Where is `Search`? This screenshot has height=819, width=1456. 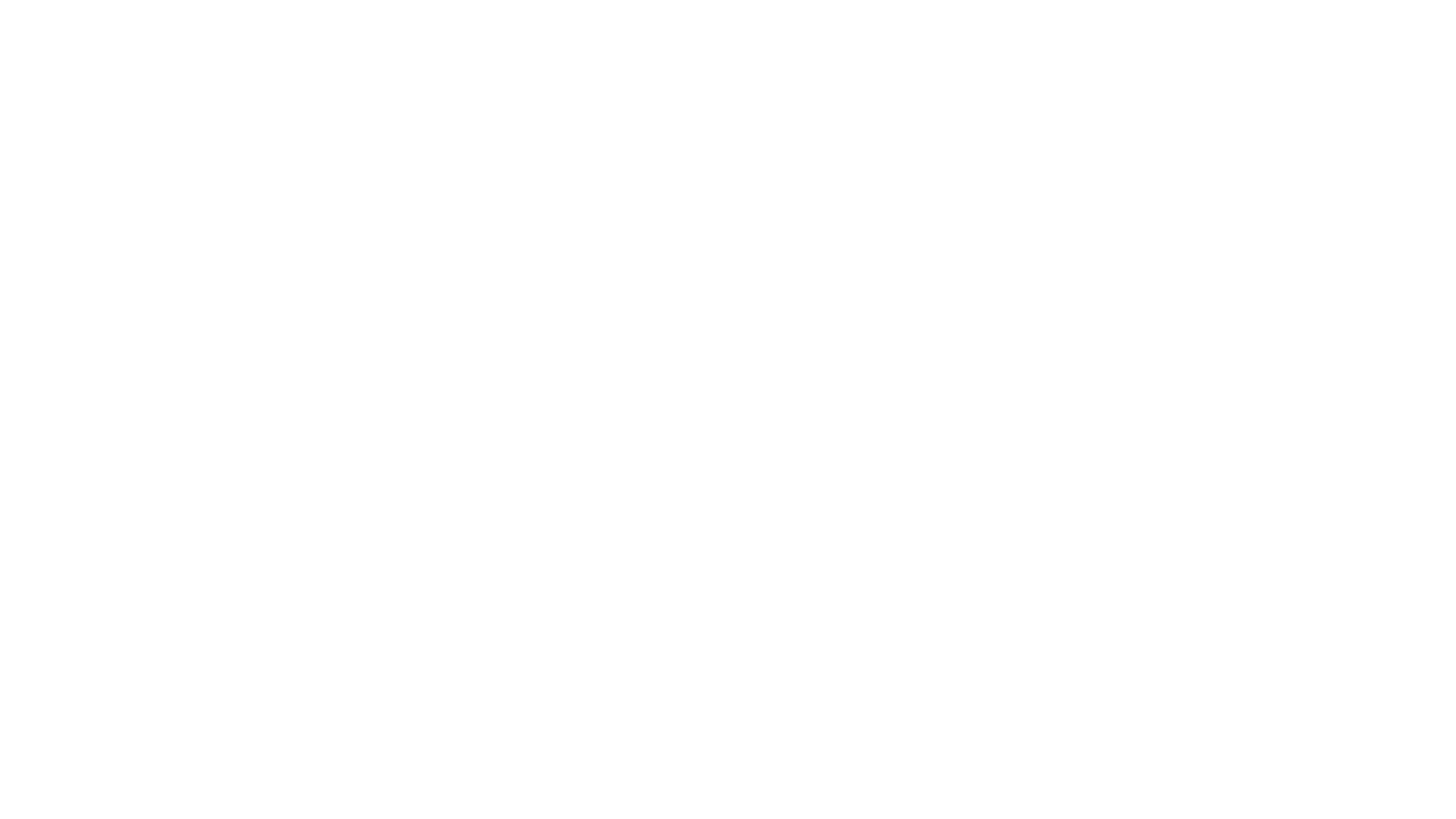
Search is located at coordinates (1294, 17).